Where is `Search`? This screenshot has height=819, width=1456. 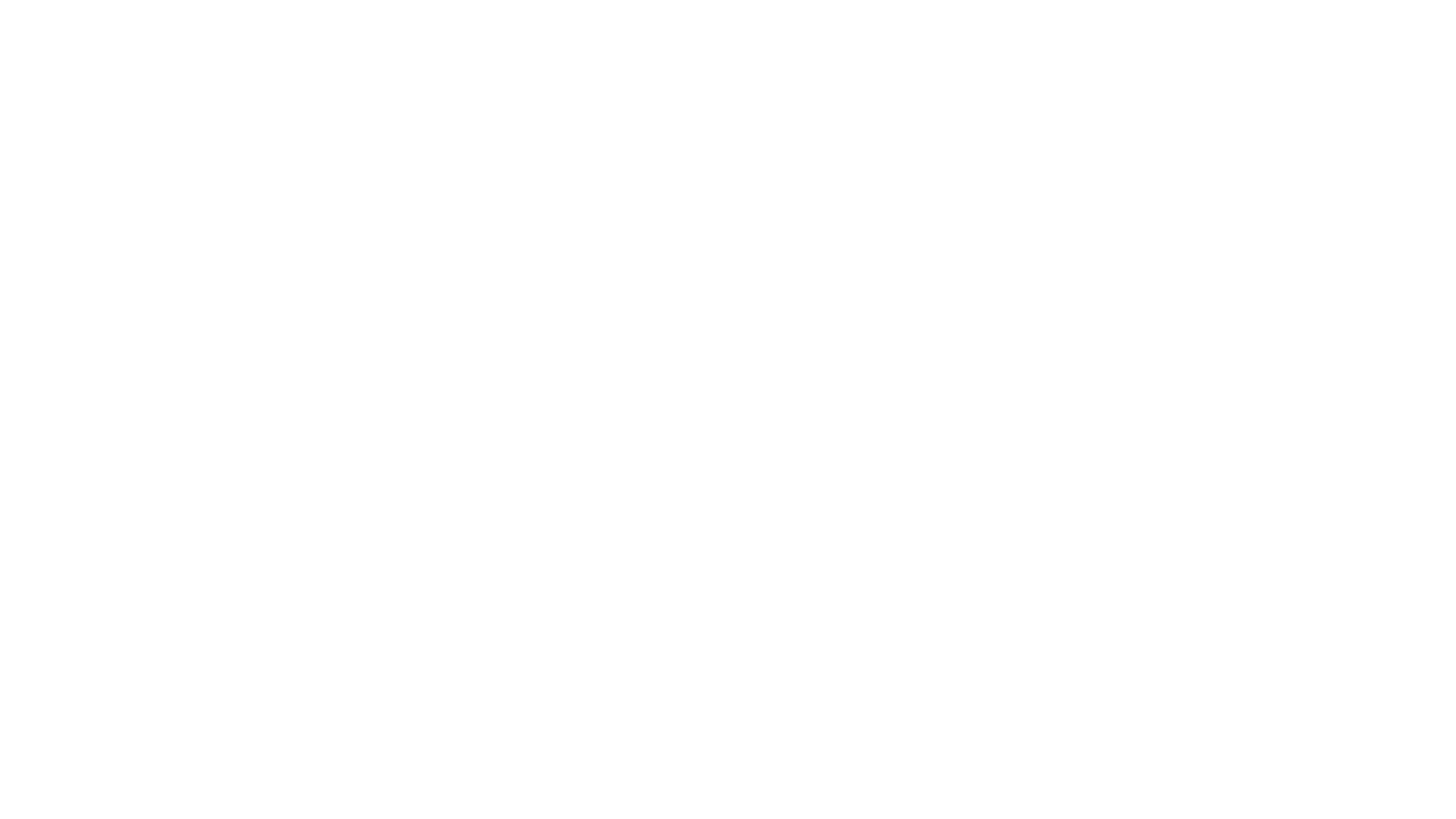
Search is located at coordinates (1294, 17).